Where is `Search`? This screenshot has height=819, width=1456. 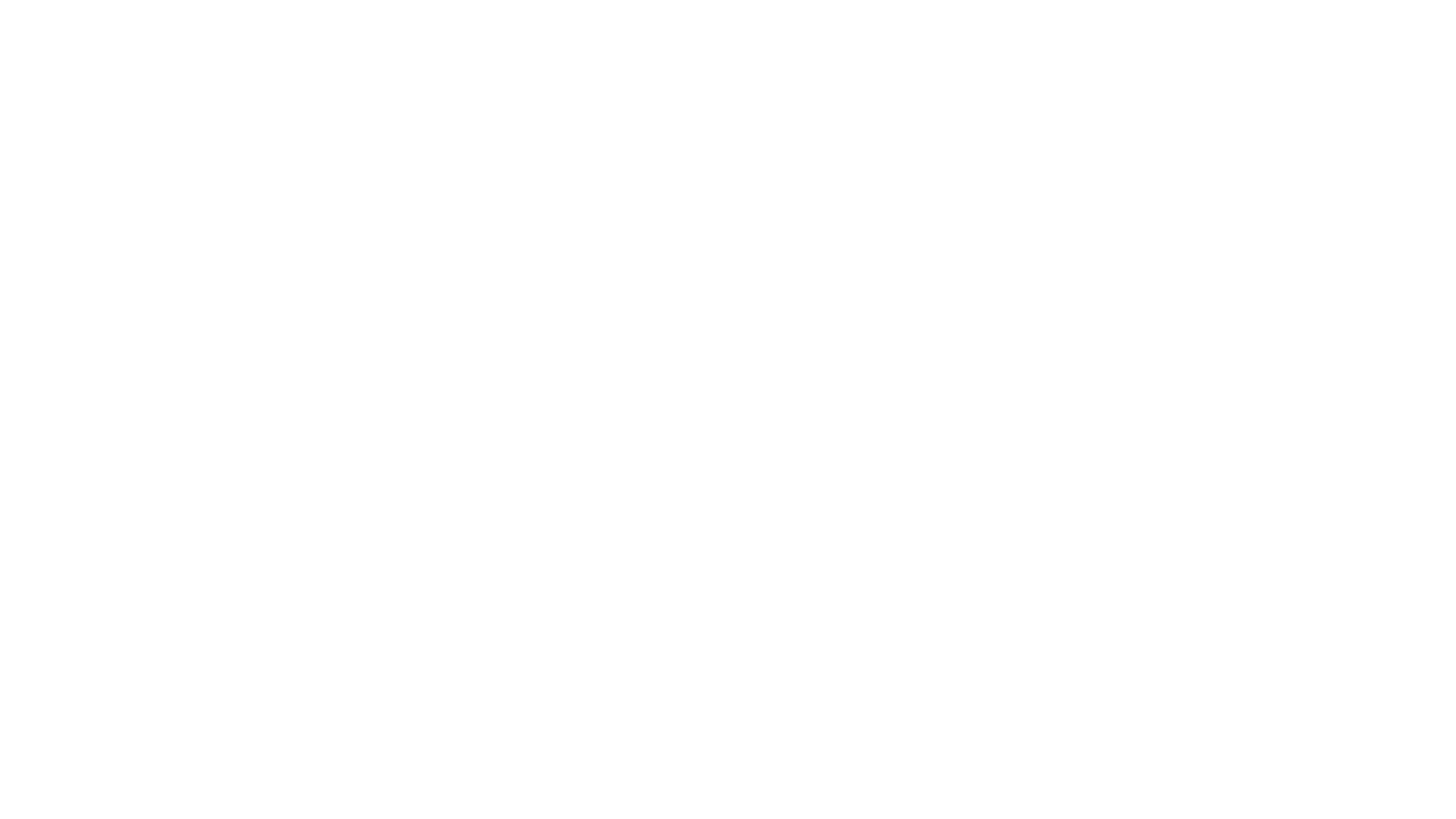
Search is located at coordinates (1294, 17).